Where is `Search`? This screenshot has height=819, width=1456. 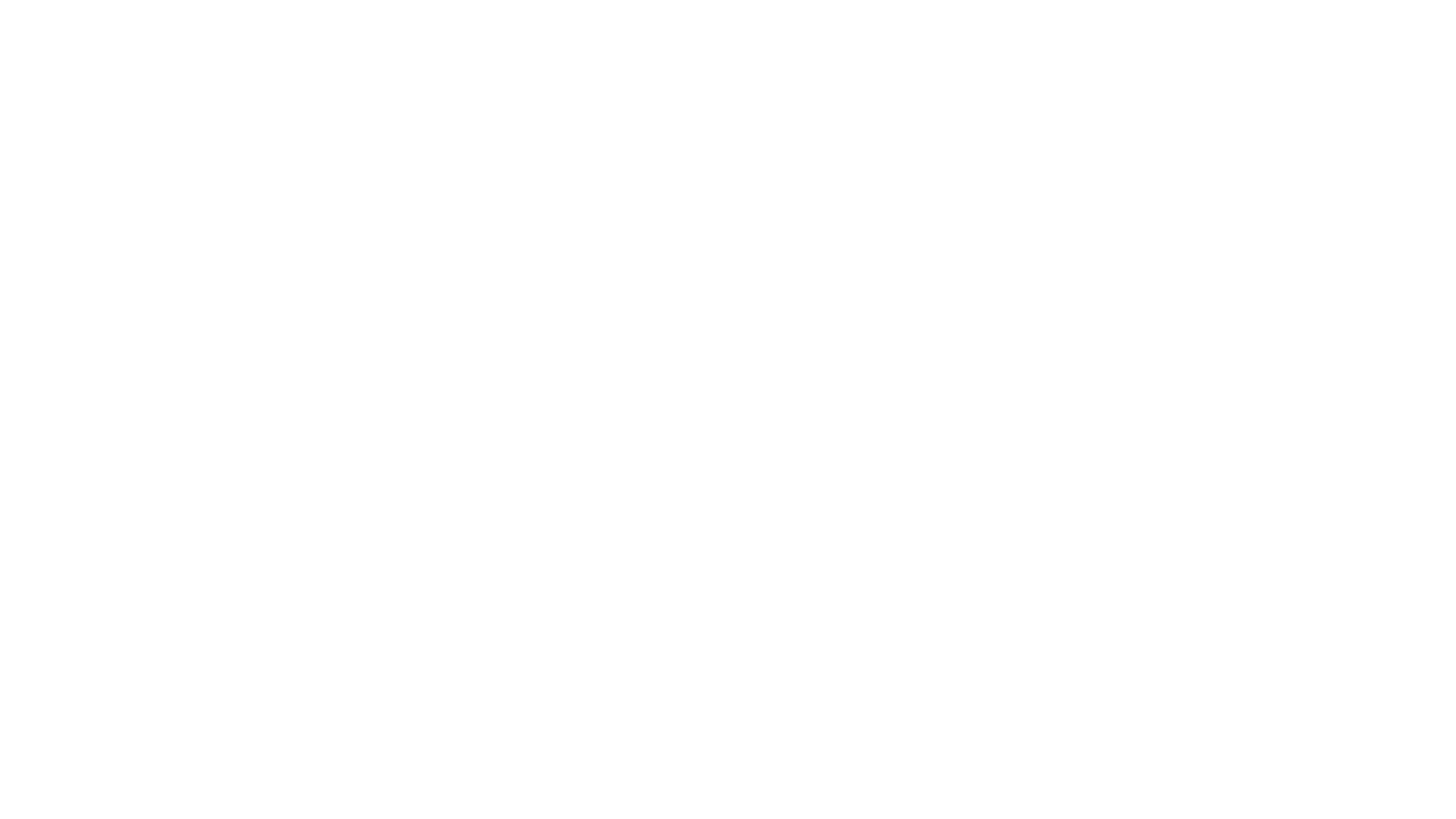
Search is located at coordinates (1294, 17).